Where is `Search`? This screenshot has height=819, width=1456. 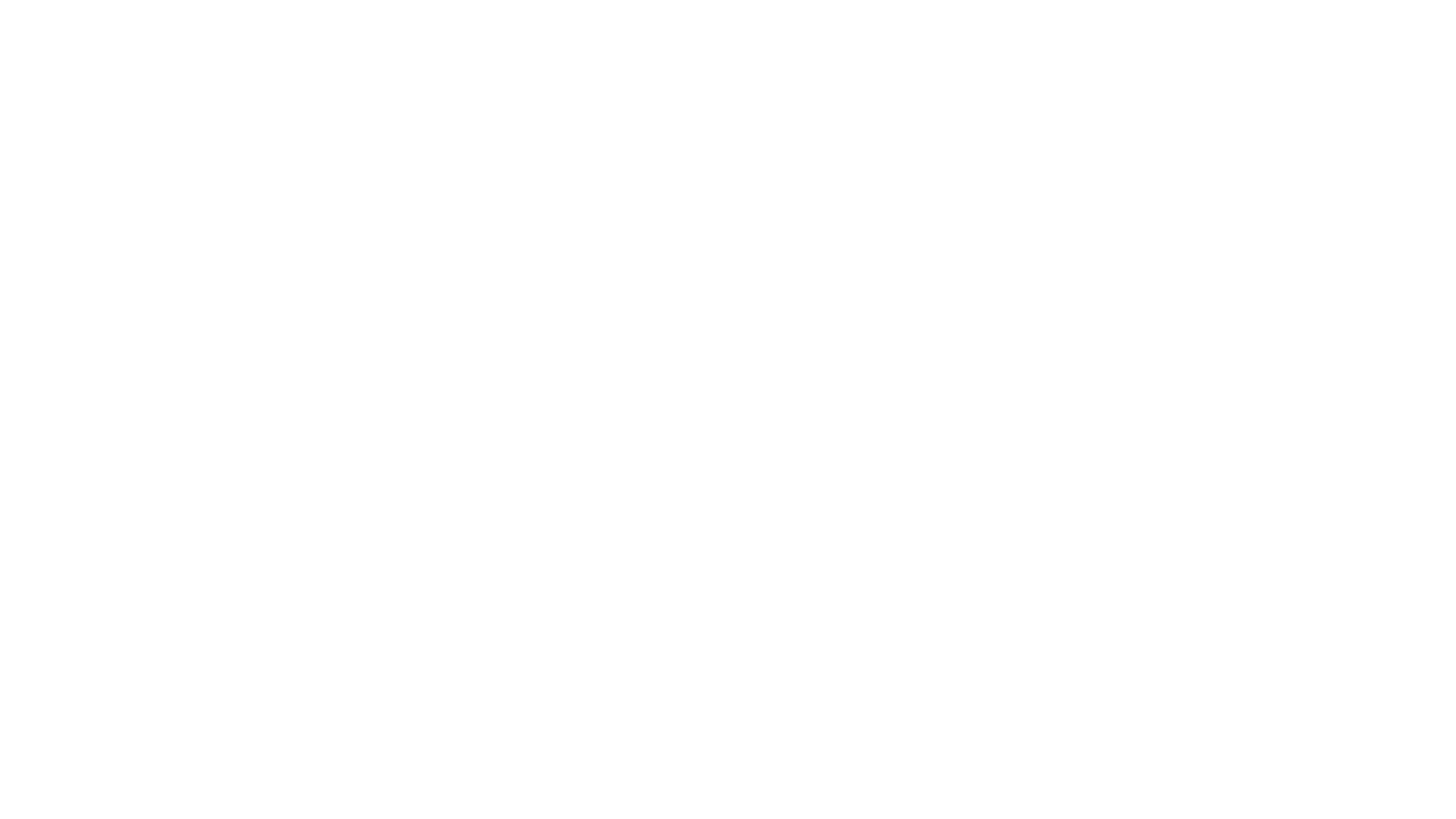
Search is located at coordinates (1294, 17).